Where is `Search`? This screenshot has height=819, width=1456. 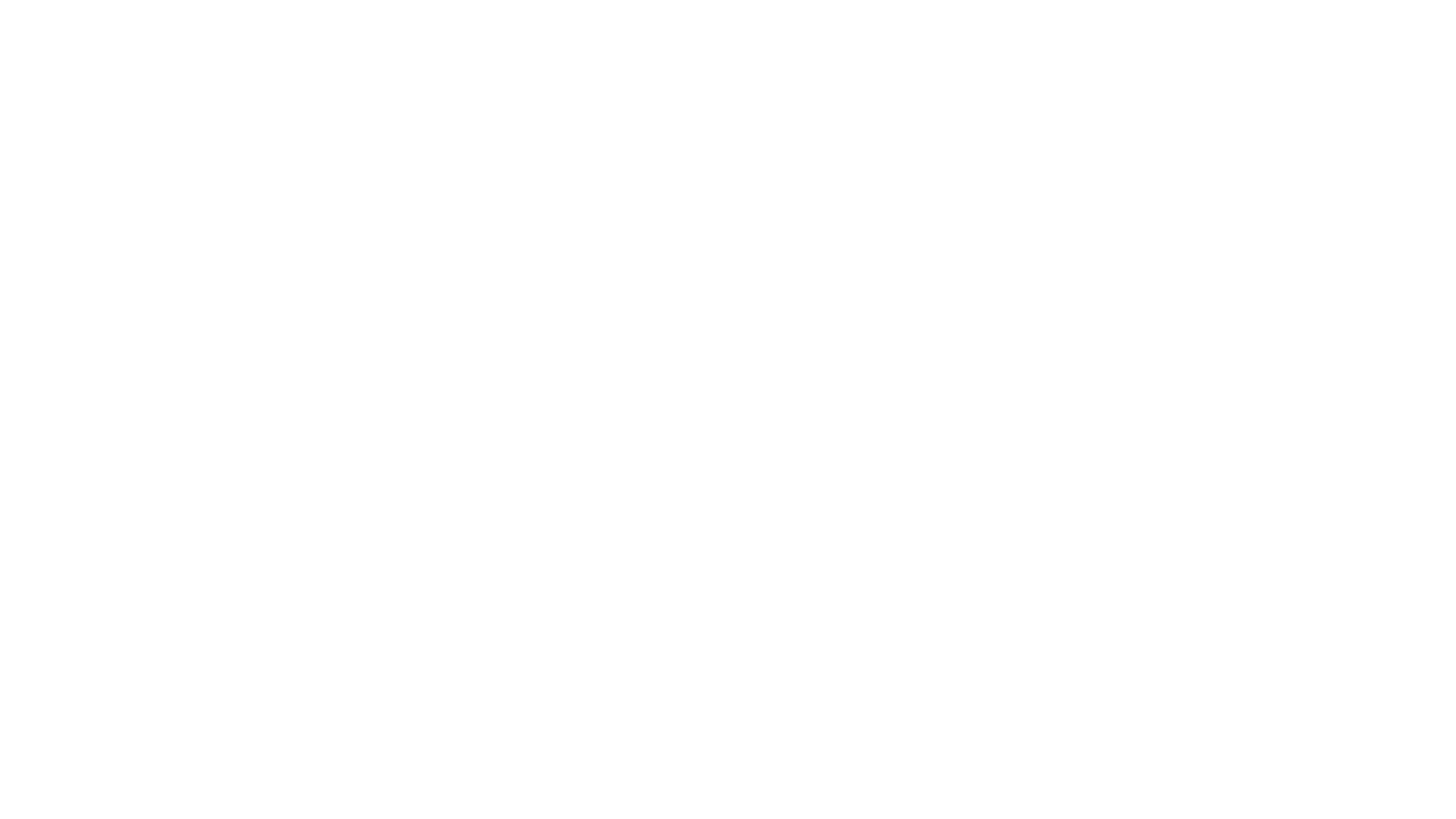
Search is located at coordinates (1294, 17).